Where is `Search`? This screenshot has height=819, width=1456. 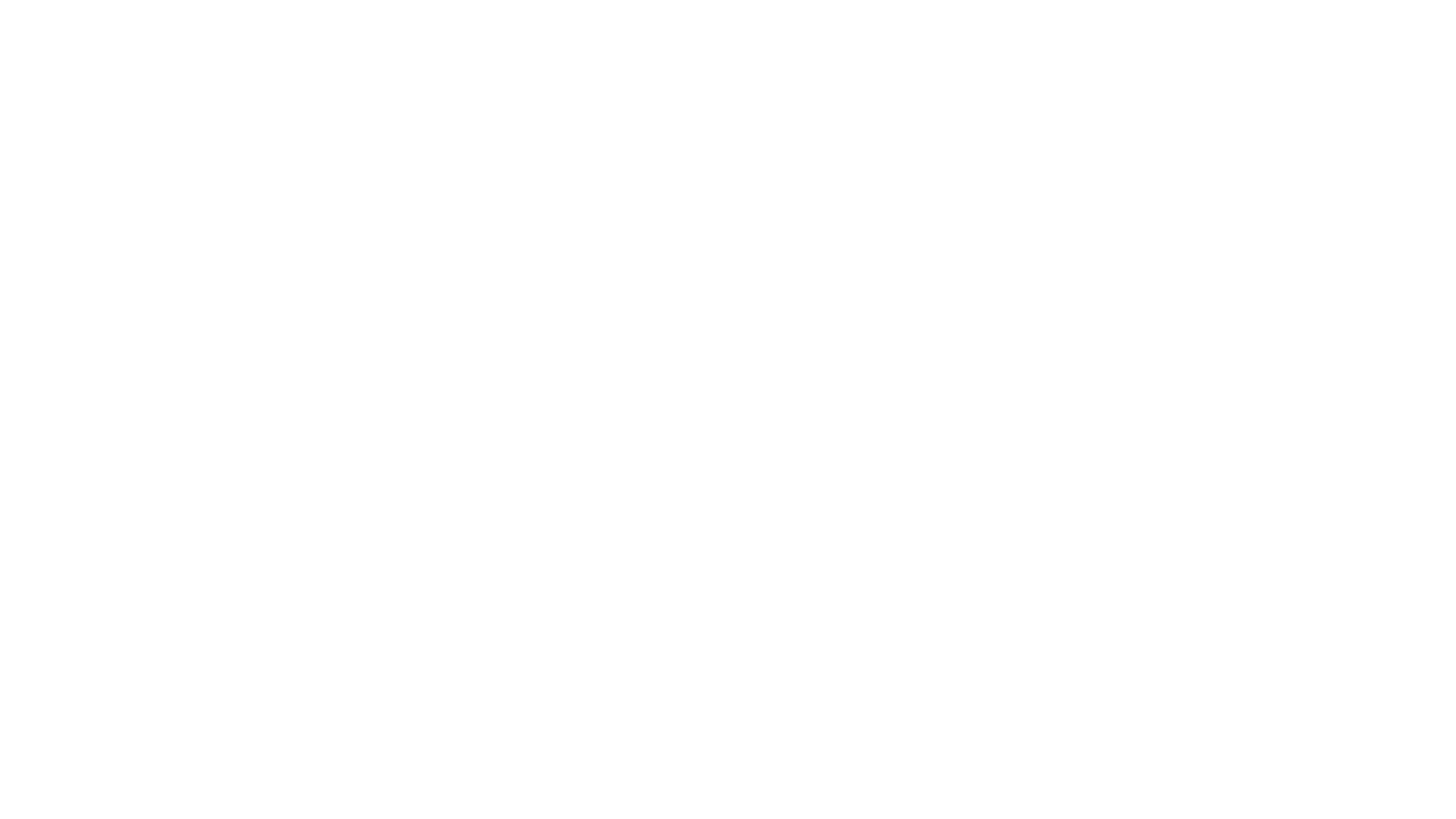
Search is located at coordinates (1294, 17).